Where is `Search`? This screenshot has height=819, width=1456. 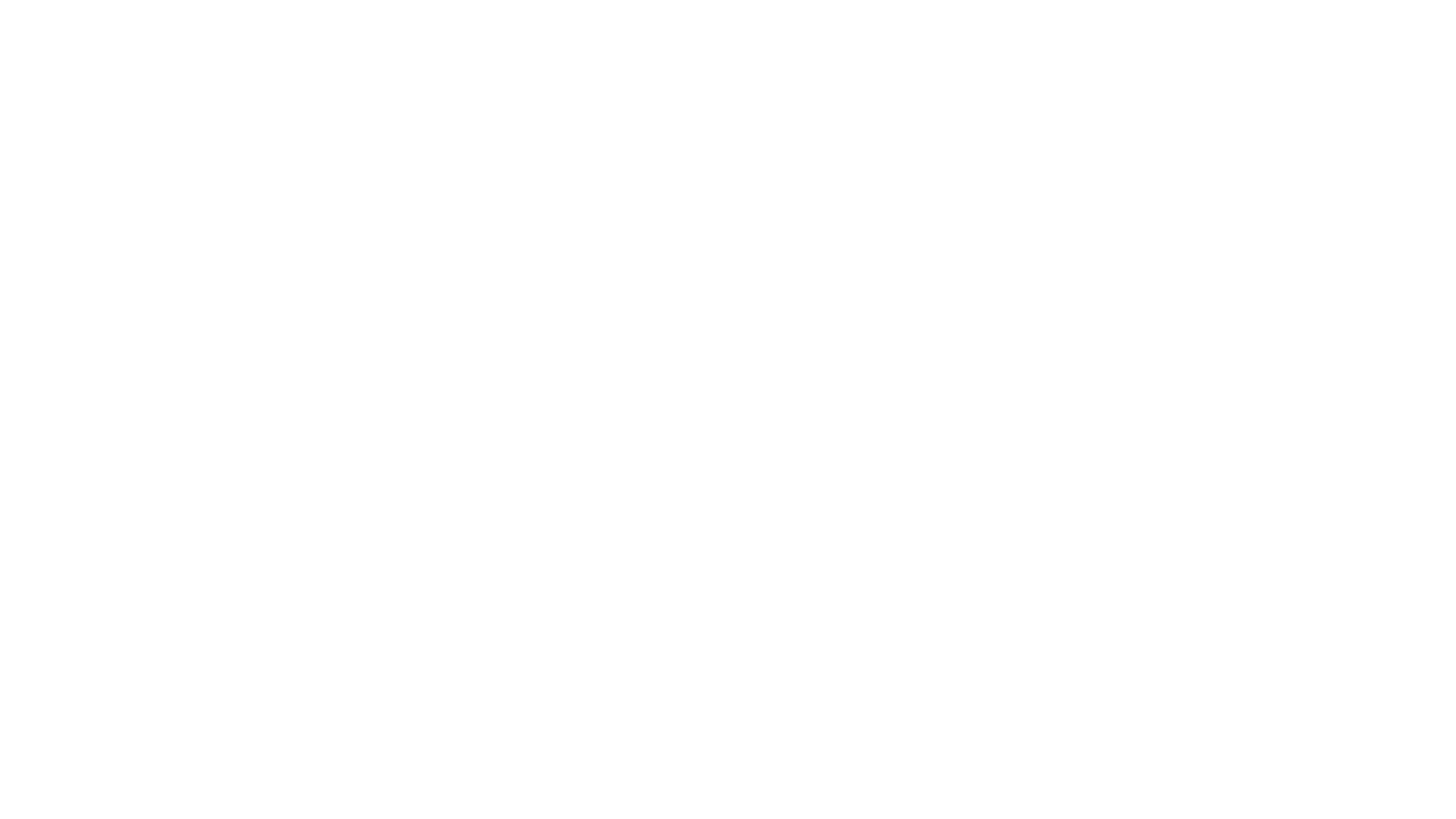
Search is located at coordinates (1294, 17).